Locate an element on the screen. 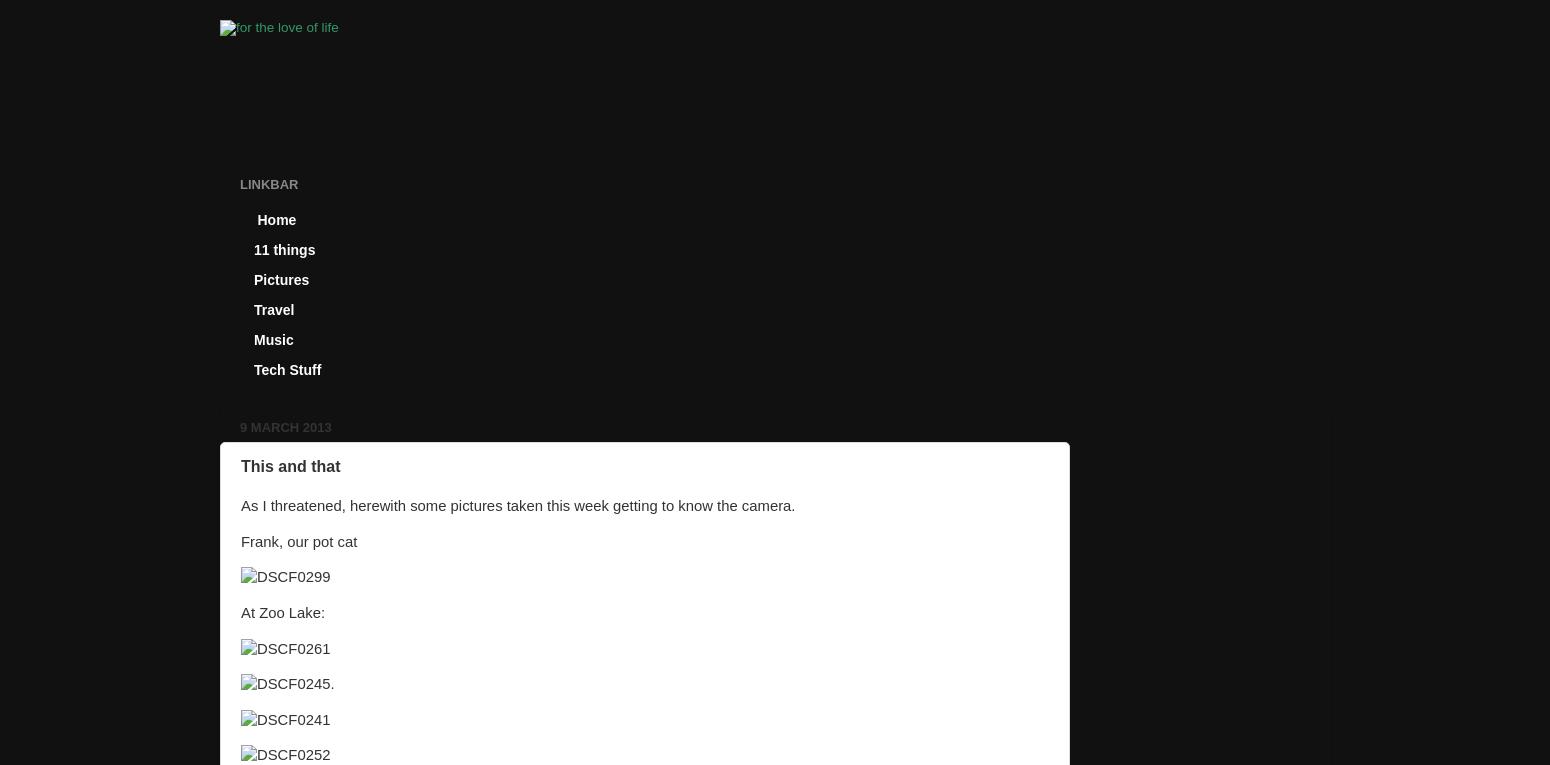 This screenshot has width=1550, height=765. 'As I threatened, herewith some pictures taken this week getting to know the camera.' is located at coordinates (517, 505).